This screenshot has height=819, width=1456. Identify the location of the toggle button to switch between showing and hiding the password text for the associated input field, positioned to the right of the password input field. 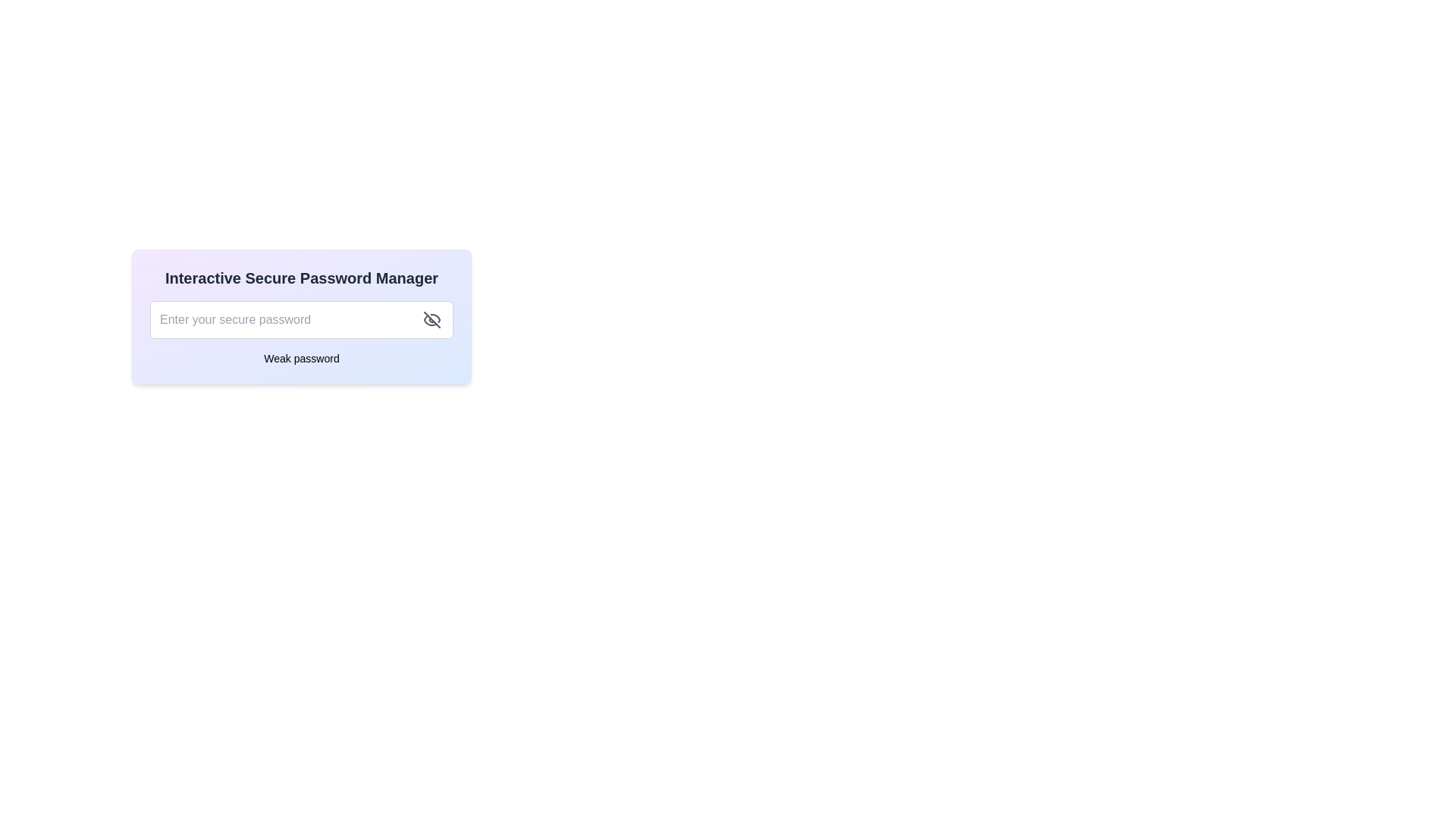
(431, 318).